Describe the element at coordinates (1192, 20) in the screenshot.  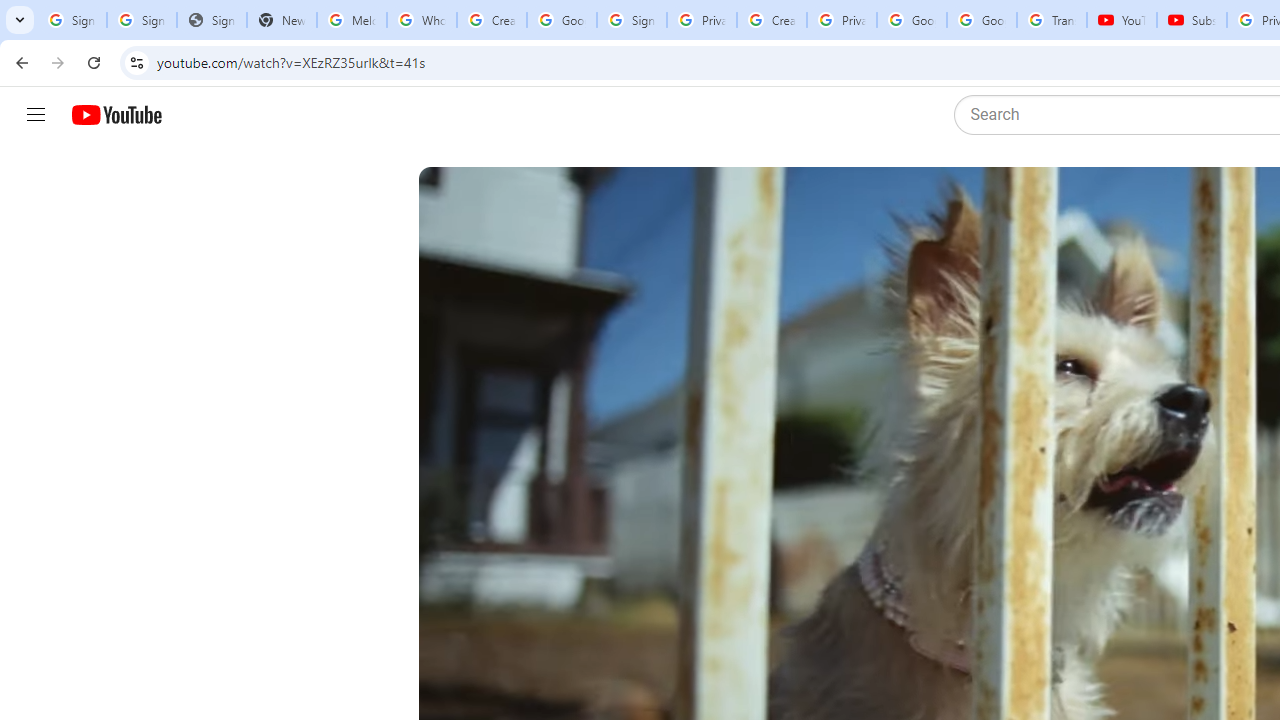
I see `'Subscriptions - YouTube'` at that location.